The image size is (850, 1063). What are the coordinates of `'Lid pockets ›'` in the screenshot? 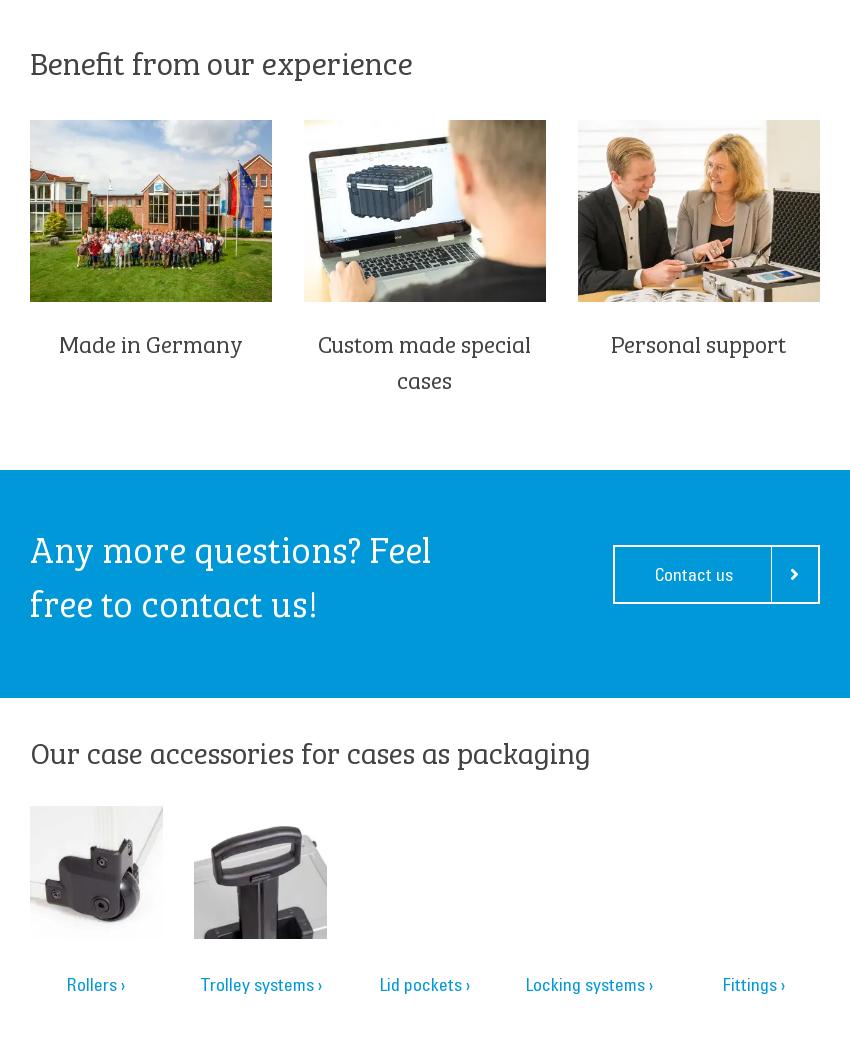 It's located at (423, 983).